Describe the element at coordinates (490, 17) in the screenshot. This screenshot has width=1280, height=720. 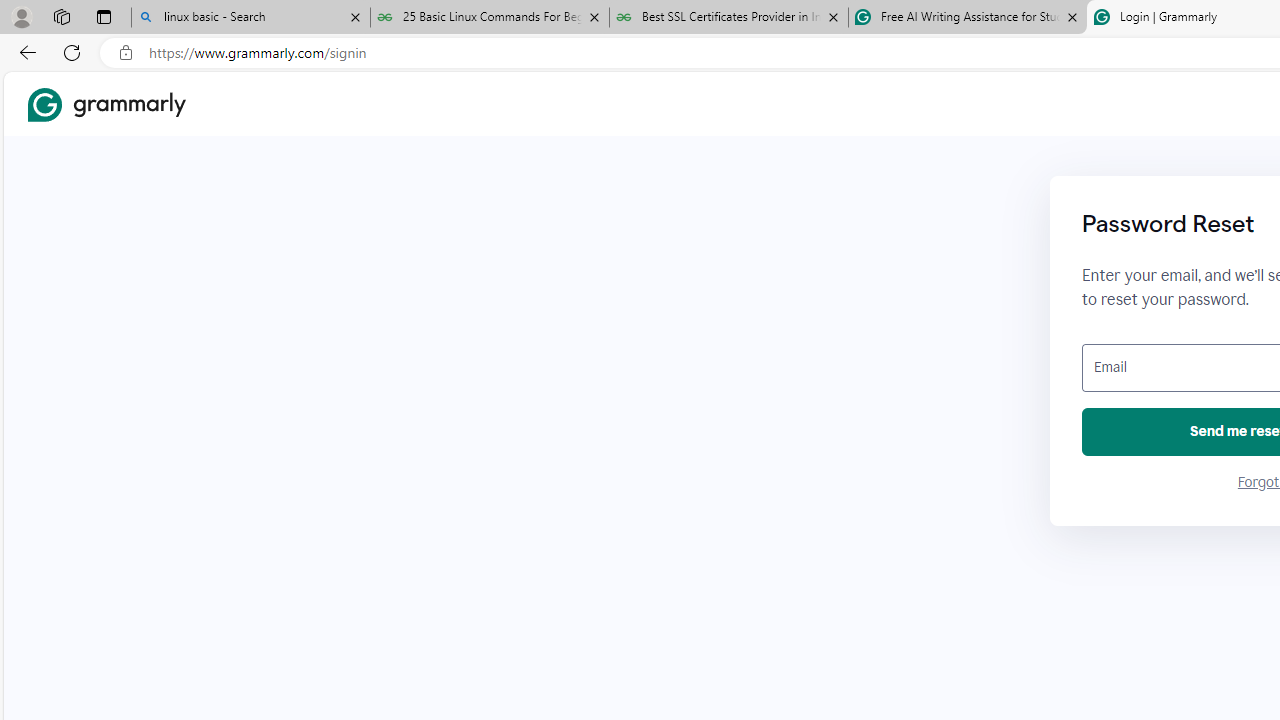
I see `'25 Basic Linux Commands For Beginners - GeeksforGeeks'` at that location.